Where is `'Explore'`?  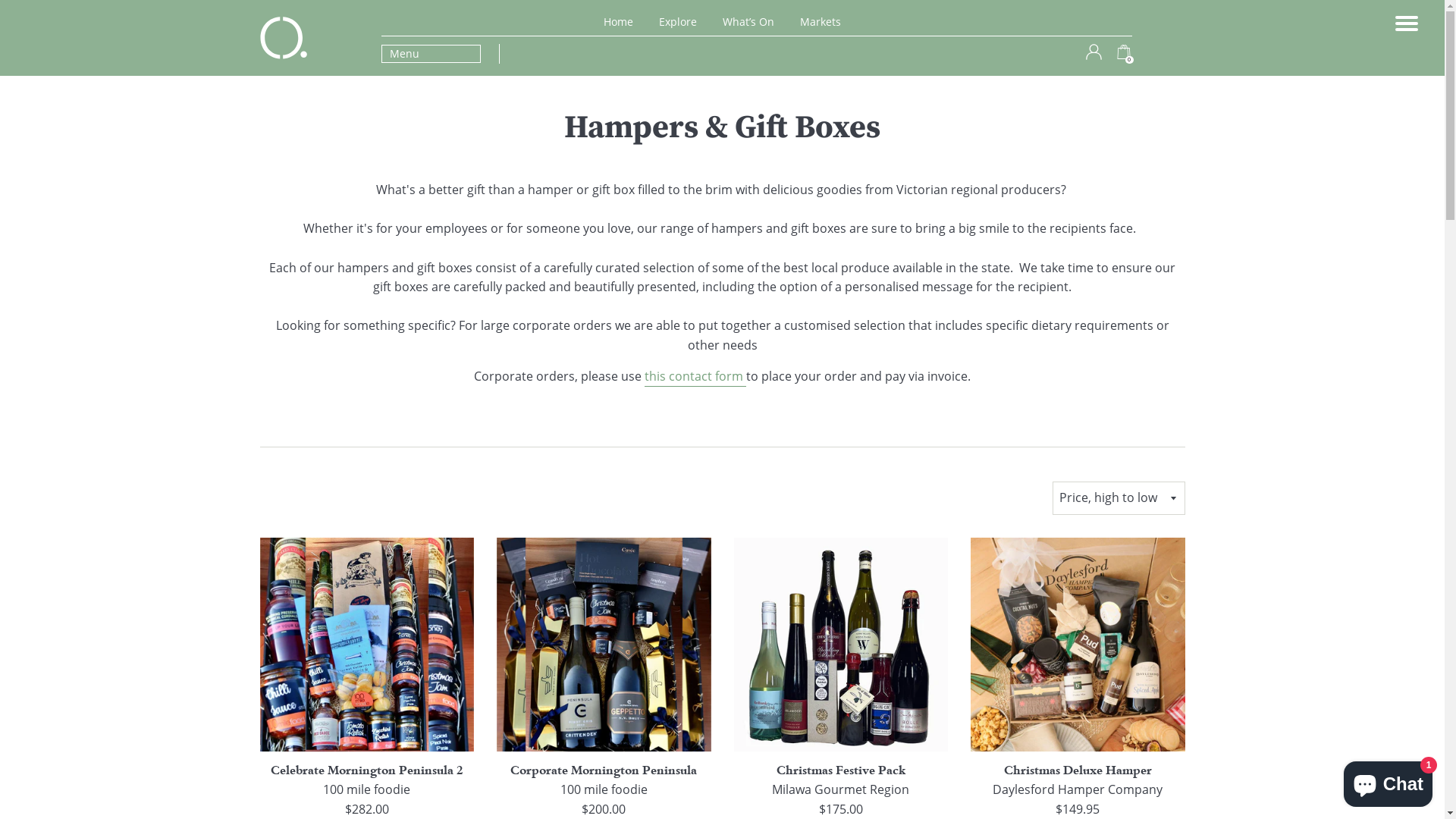 'Explore' is located at coordinates (676, 21).